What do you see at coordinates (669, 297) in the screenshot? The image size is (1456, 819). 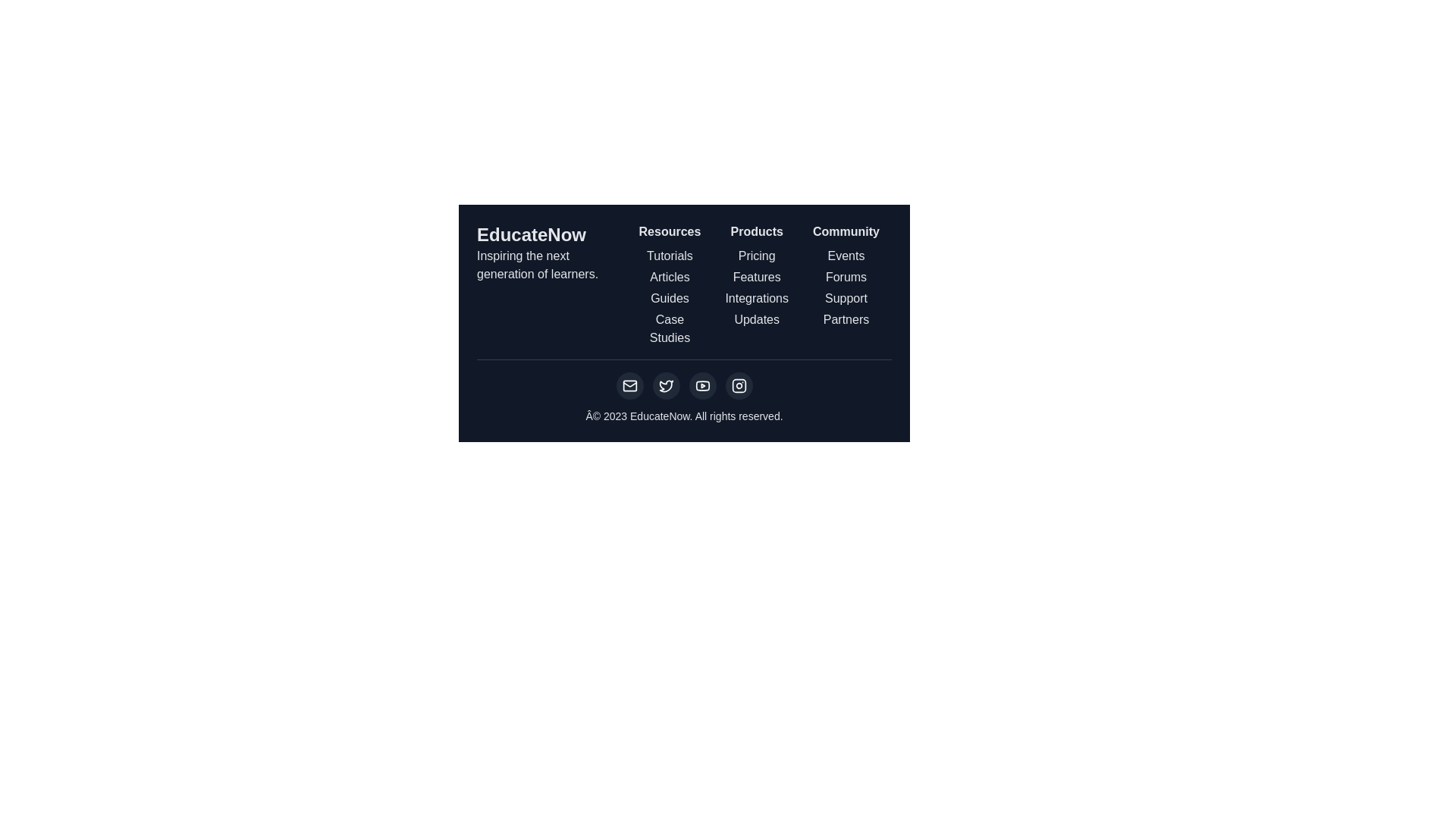 I see `the vertical navigation list containing 'Tutorials', 'Articles', 'Guides', and 'Case Studies'` at bounding box center [669, 297].